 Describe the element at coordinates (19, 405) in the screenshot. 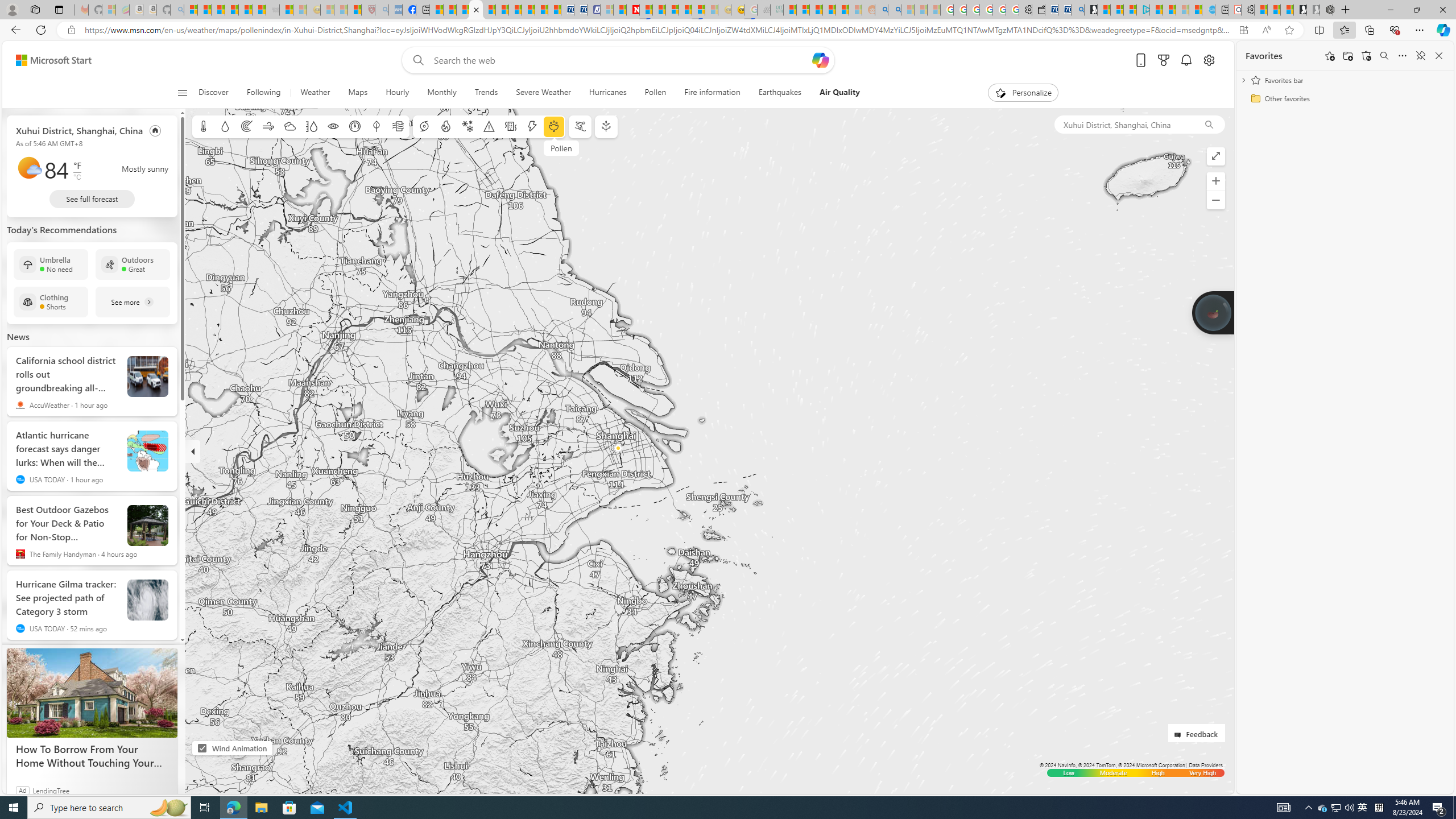

I see `'AccuWeather'` at that location.